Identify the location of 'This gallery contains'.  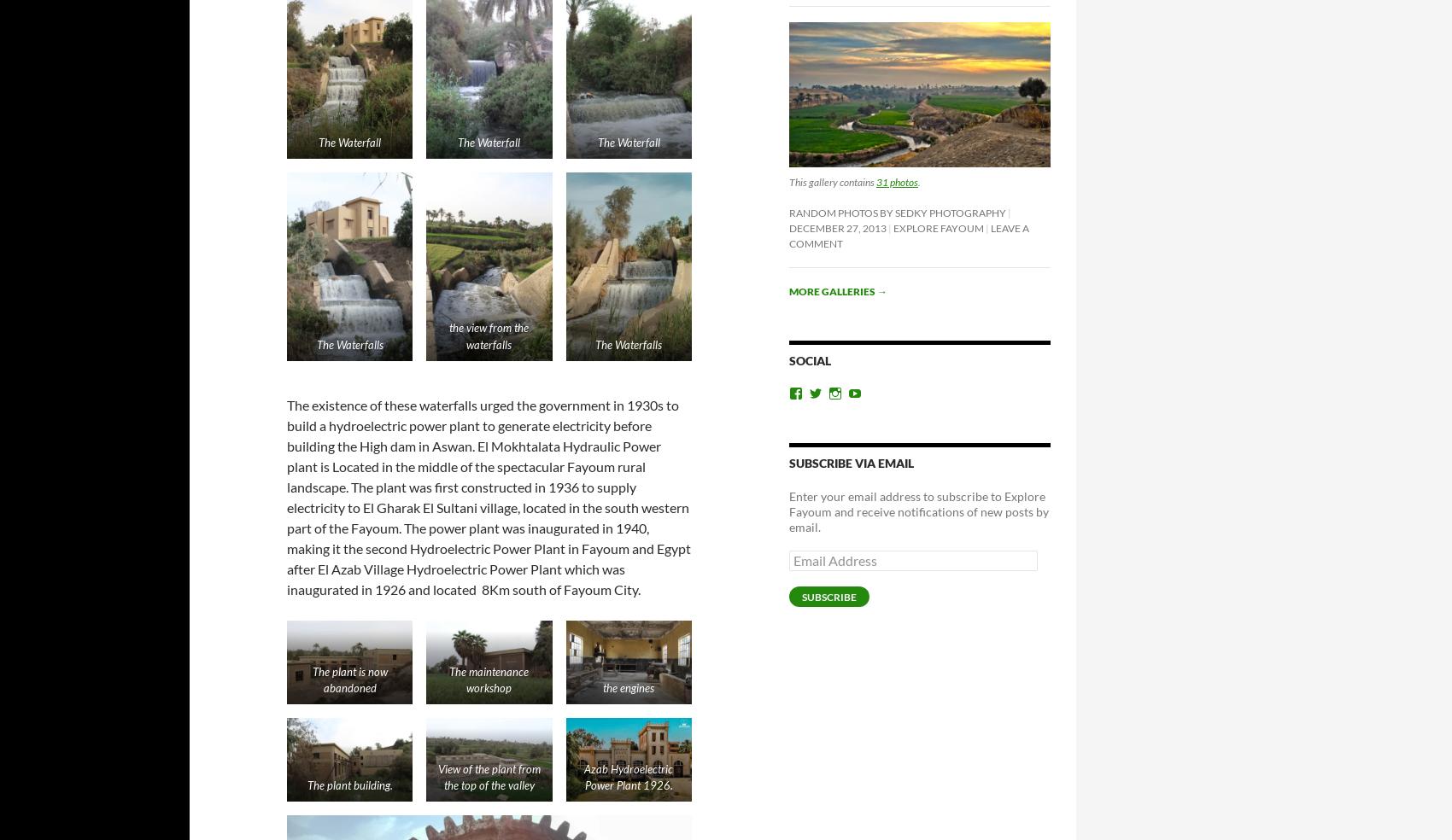
(831, 181).